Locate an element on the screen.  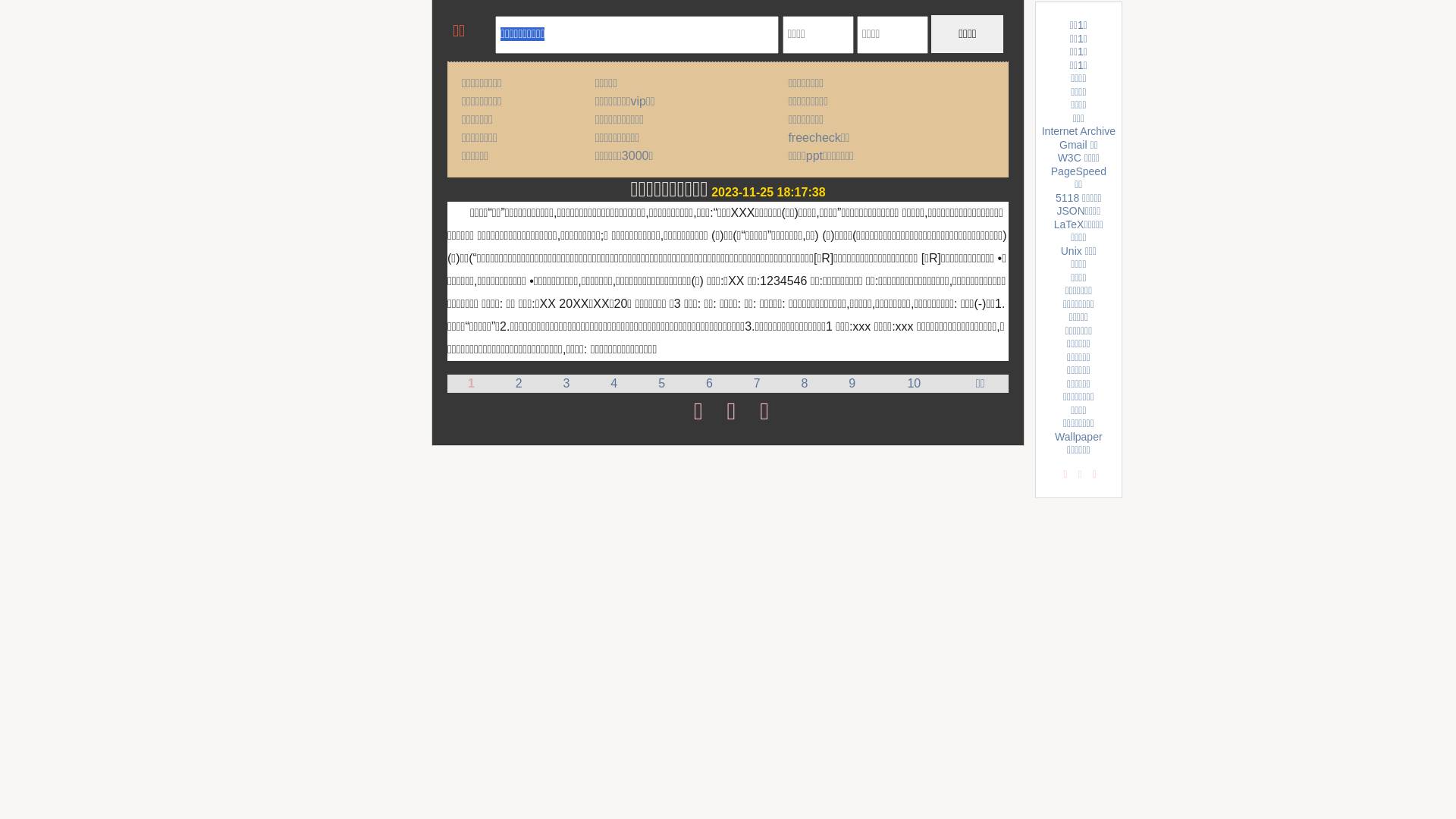
'Internet Archive' is located at coordinates (1078, 130).